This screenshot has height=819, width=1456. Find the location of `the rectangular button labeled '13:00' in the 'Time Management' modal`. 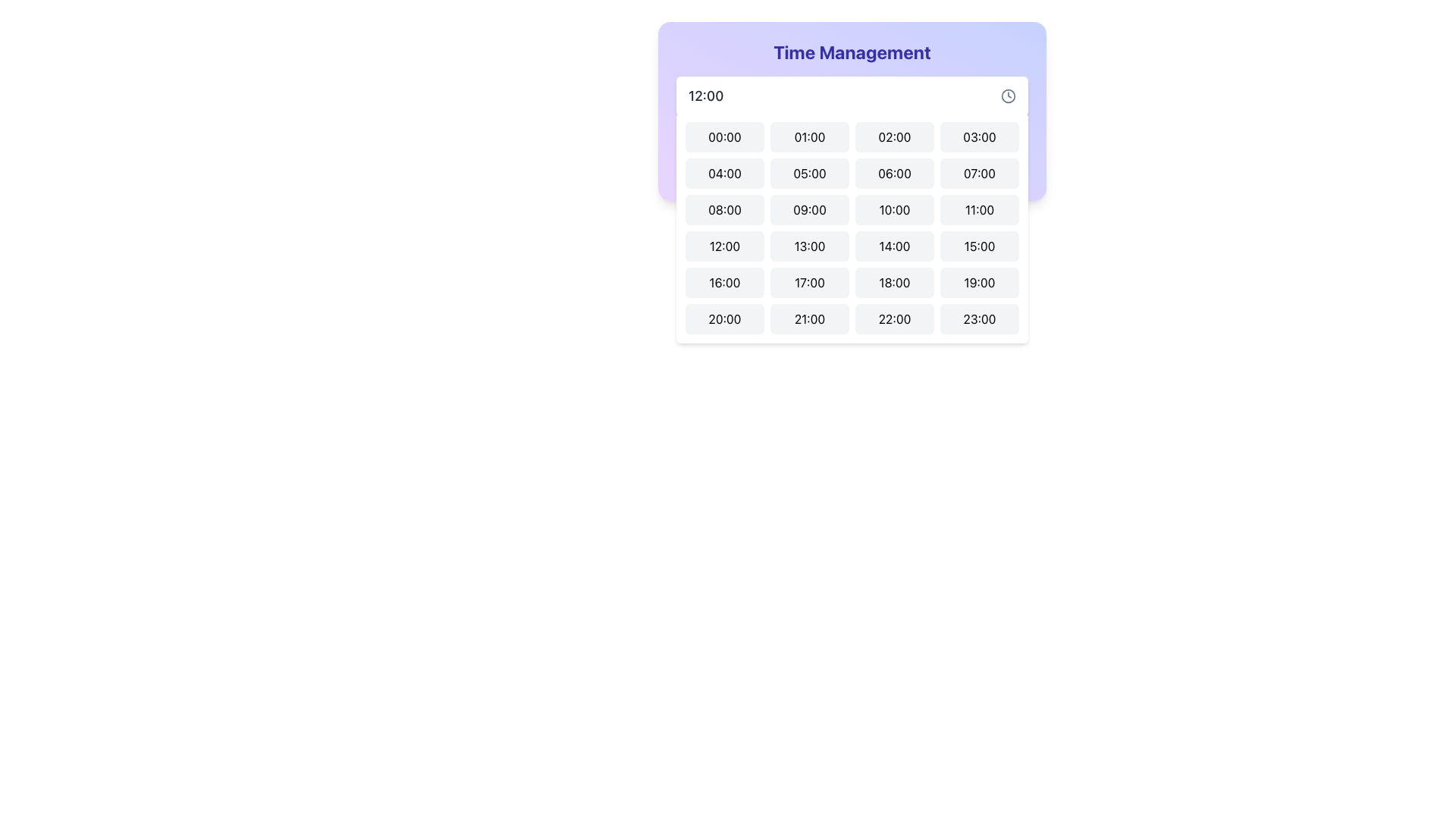

the rectangular button labeled '13:00' in the 'Time Management' modal is located at coordinates (809, 245).